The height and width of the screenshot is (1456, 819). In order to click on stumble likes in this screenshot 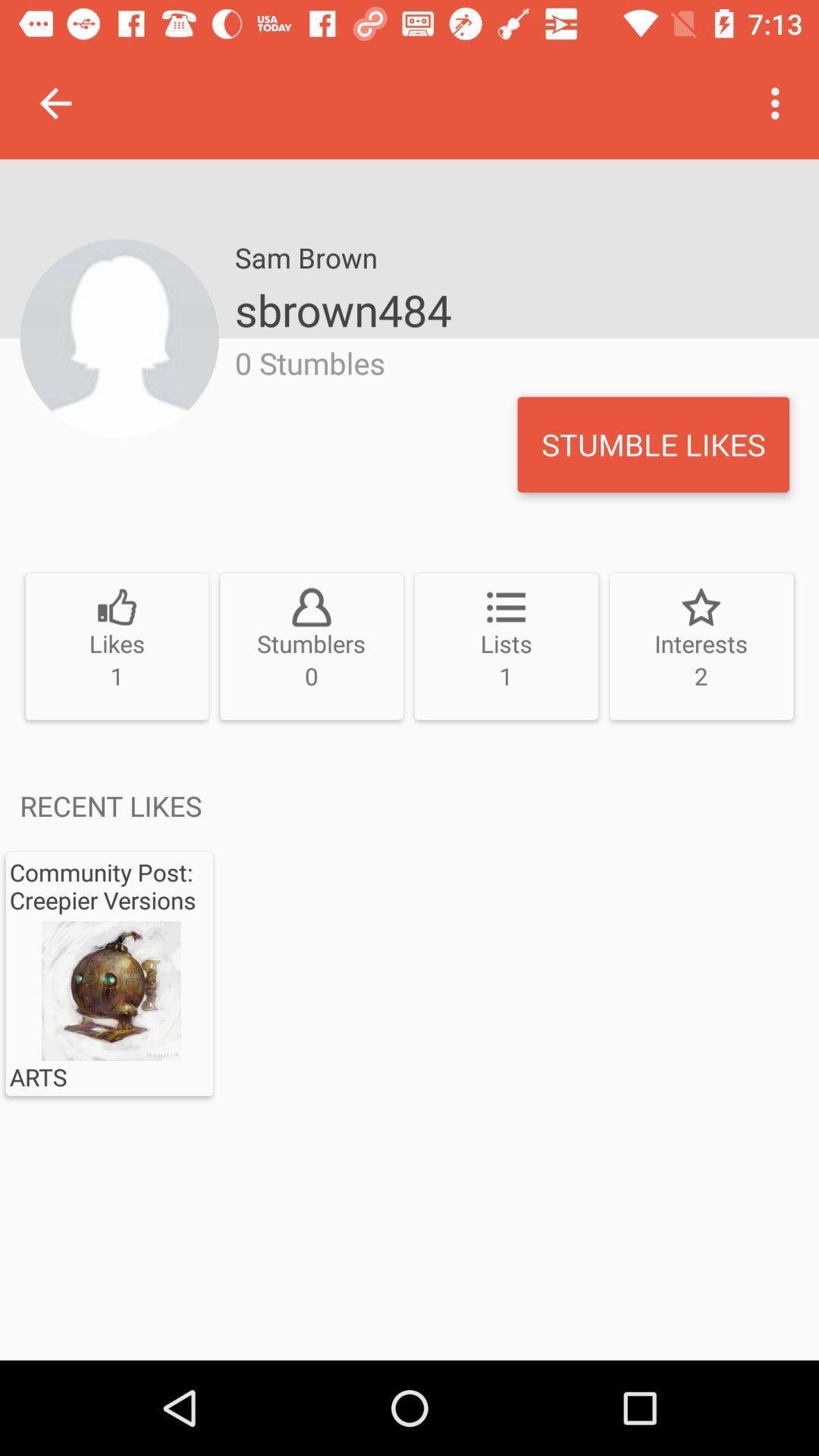, I will do `click(652, 444)`.